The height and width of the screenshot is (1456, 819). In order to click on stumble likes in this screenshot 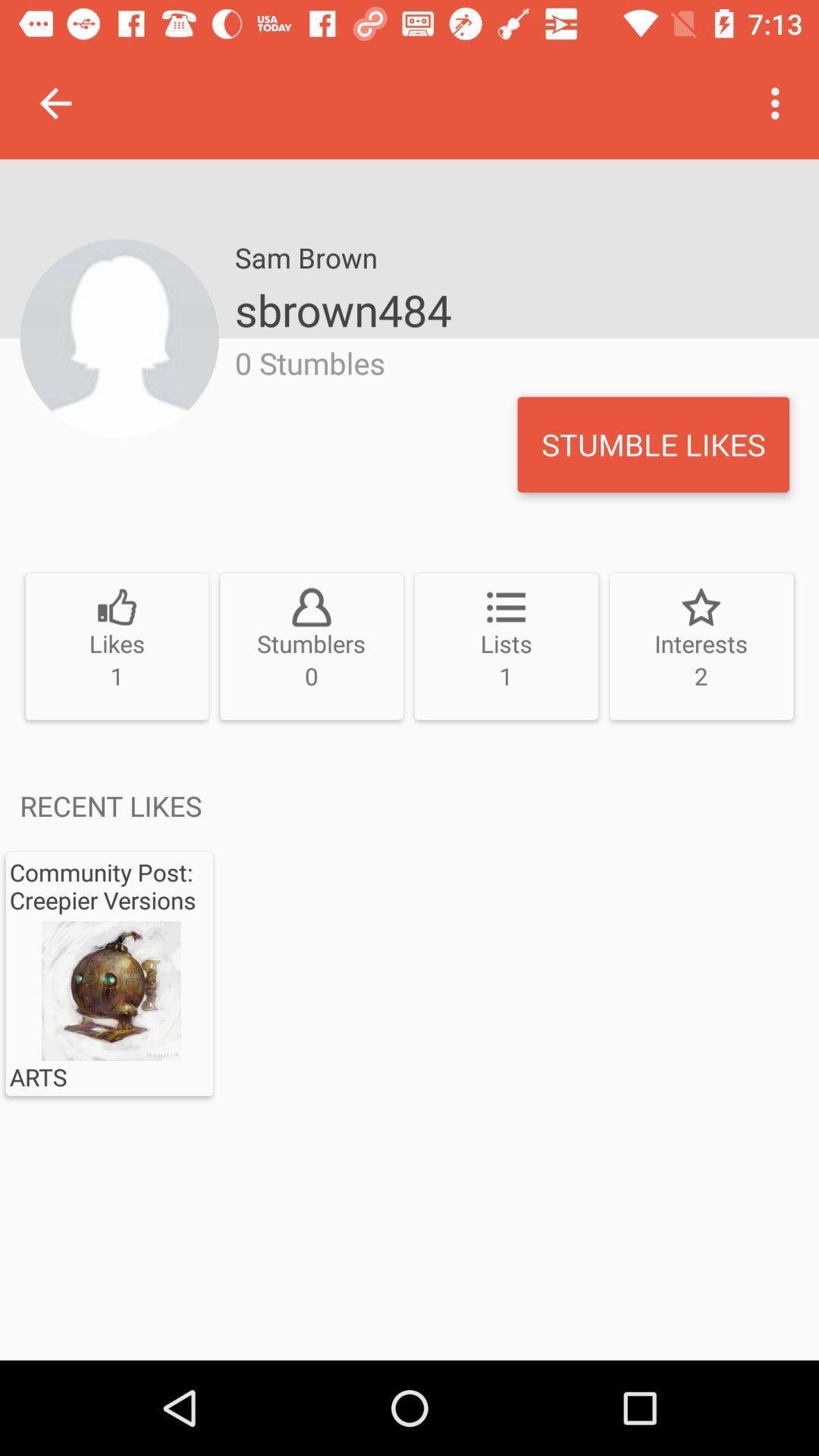, I will do `click(652, 444)`.